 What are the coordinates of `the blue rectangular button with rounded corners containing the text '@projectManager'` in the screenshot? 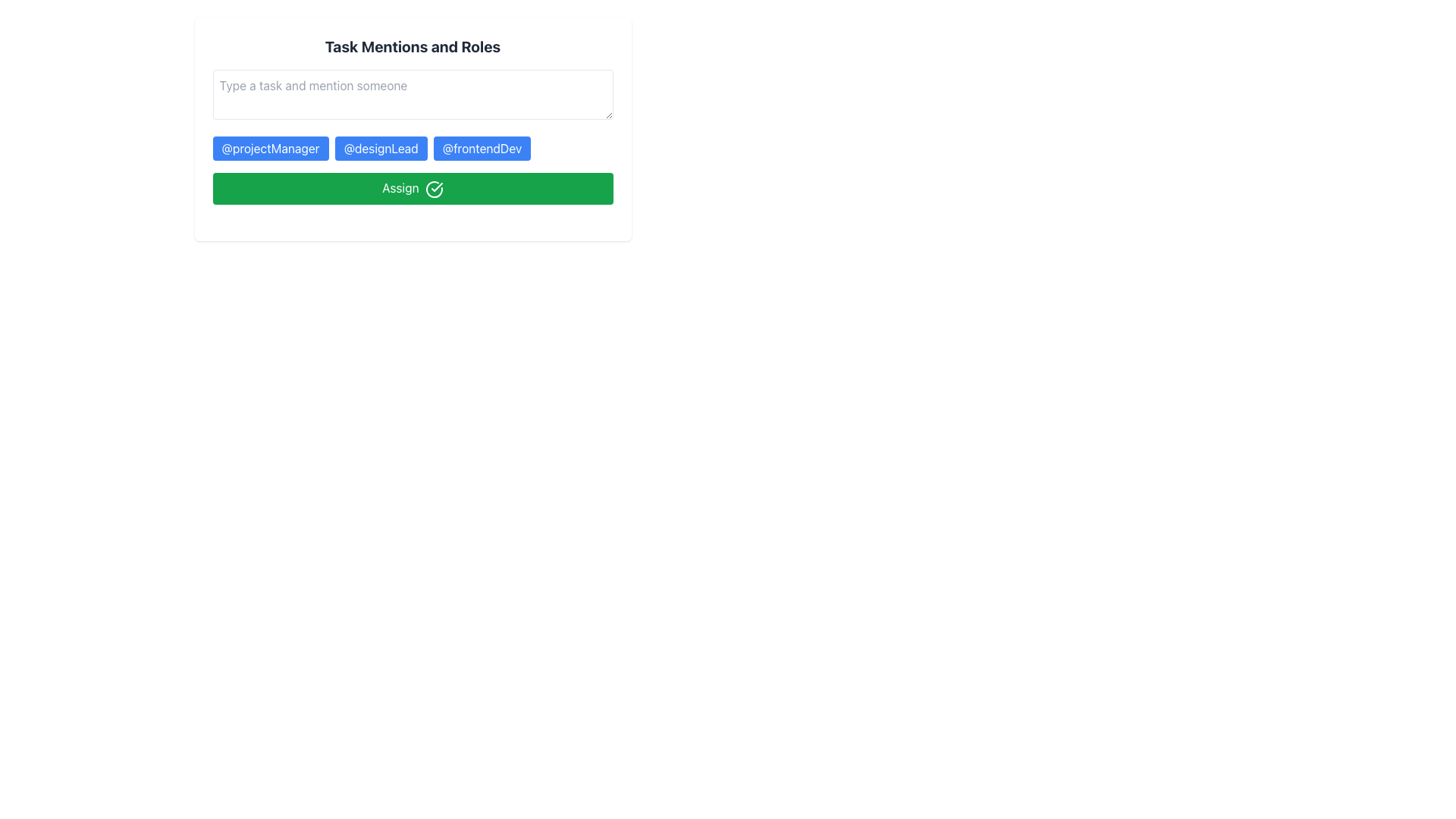 It's located at (270, 149).